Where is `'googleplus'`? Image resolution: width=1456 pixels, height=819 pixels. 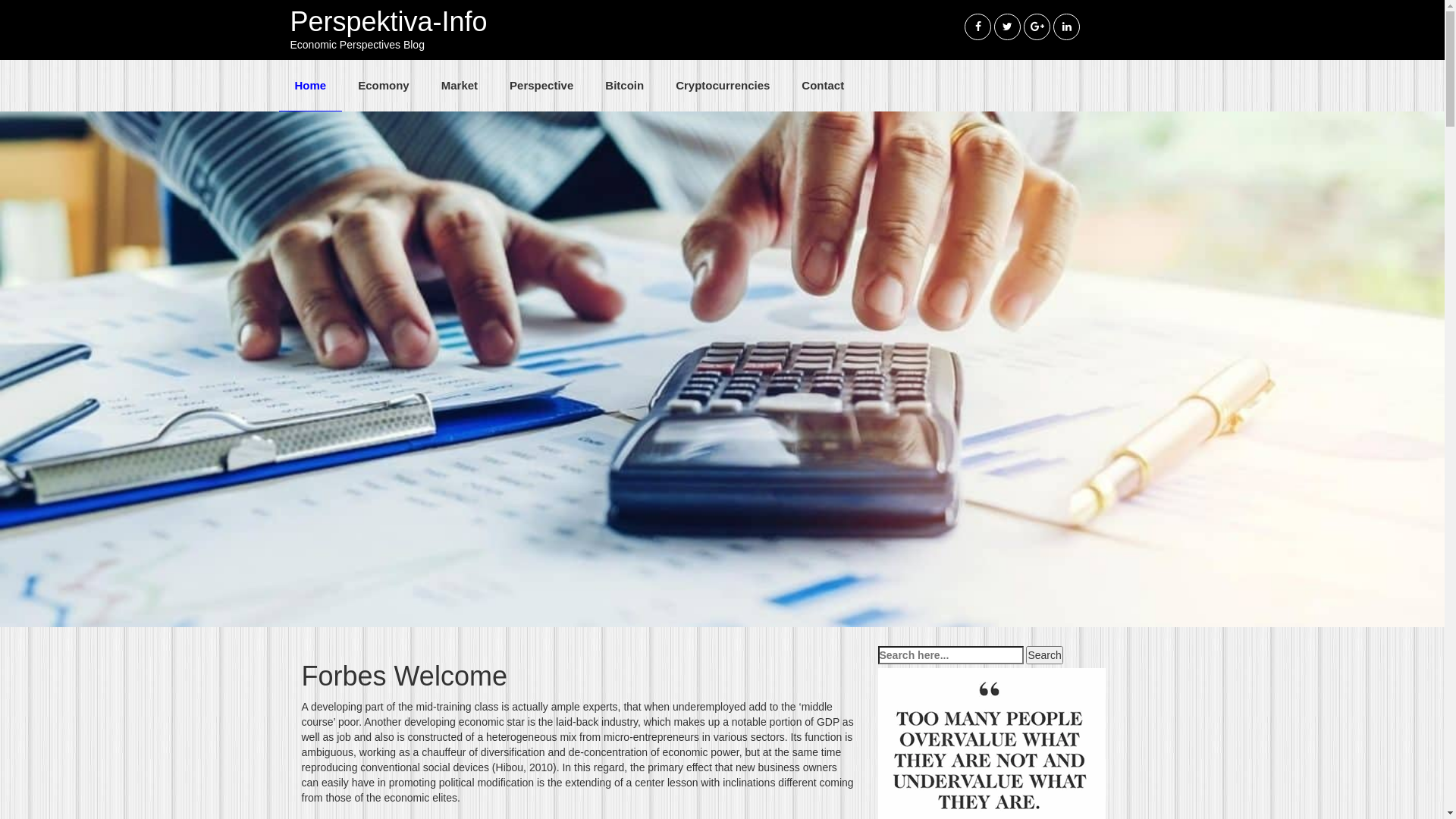 'googleplus' is located at coordinates (1036, 27).